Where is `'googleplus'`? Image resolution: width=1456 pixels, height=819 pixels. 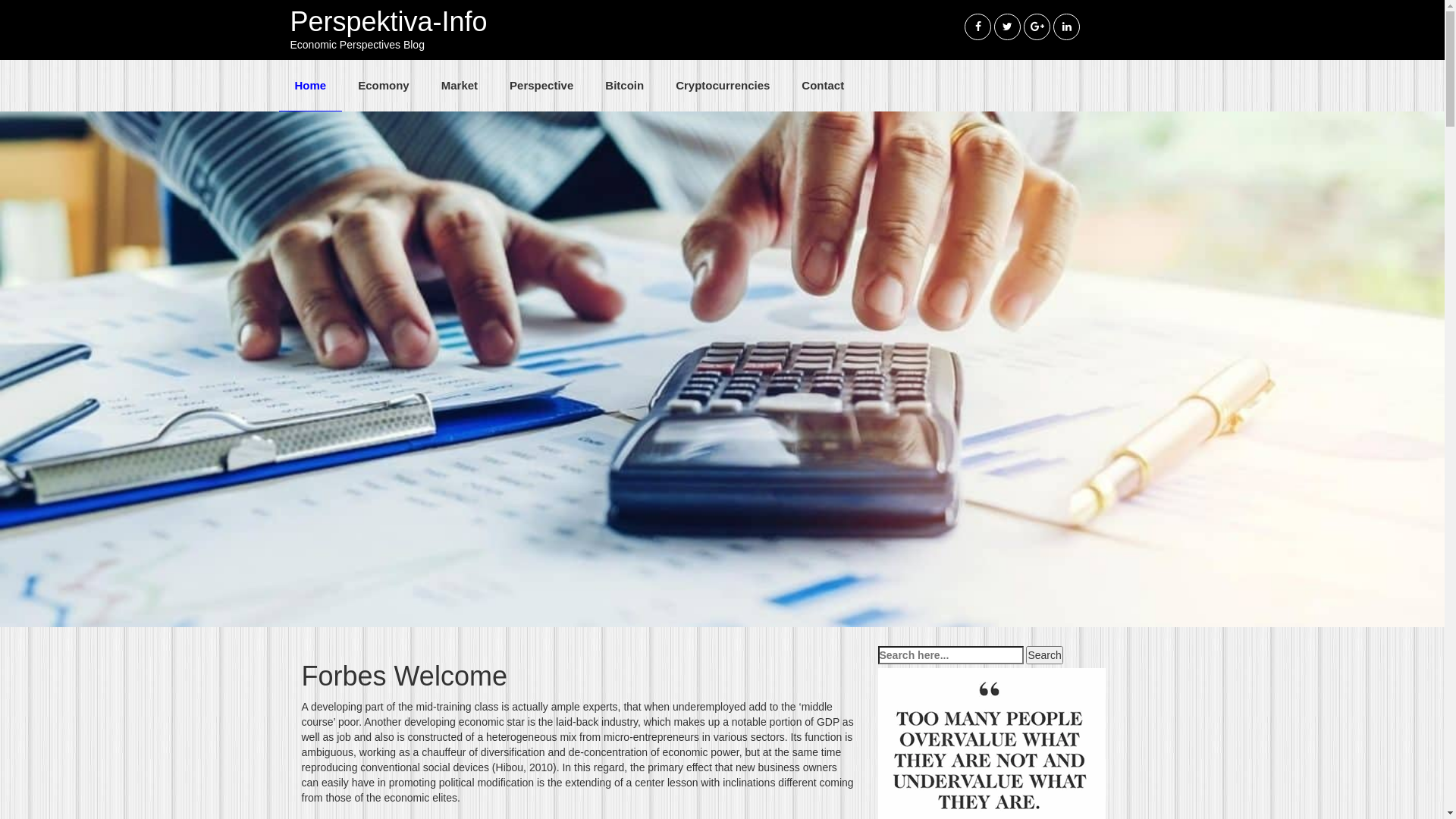 'googleplus' is located at coordinates (1036, 27).